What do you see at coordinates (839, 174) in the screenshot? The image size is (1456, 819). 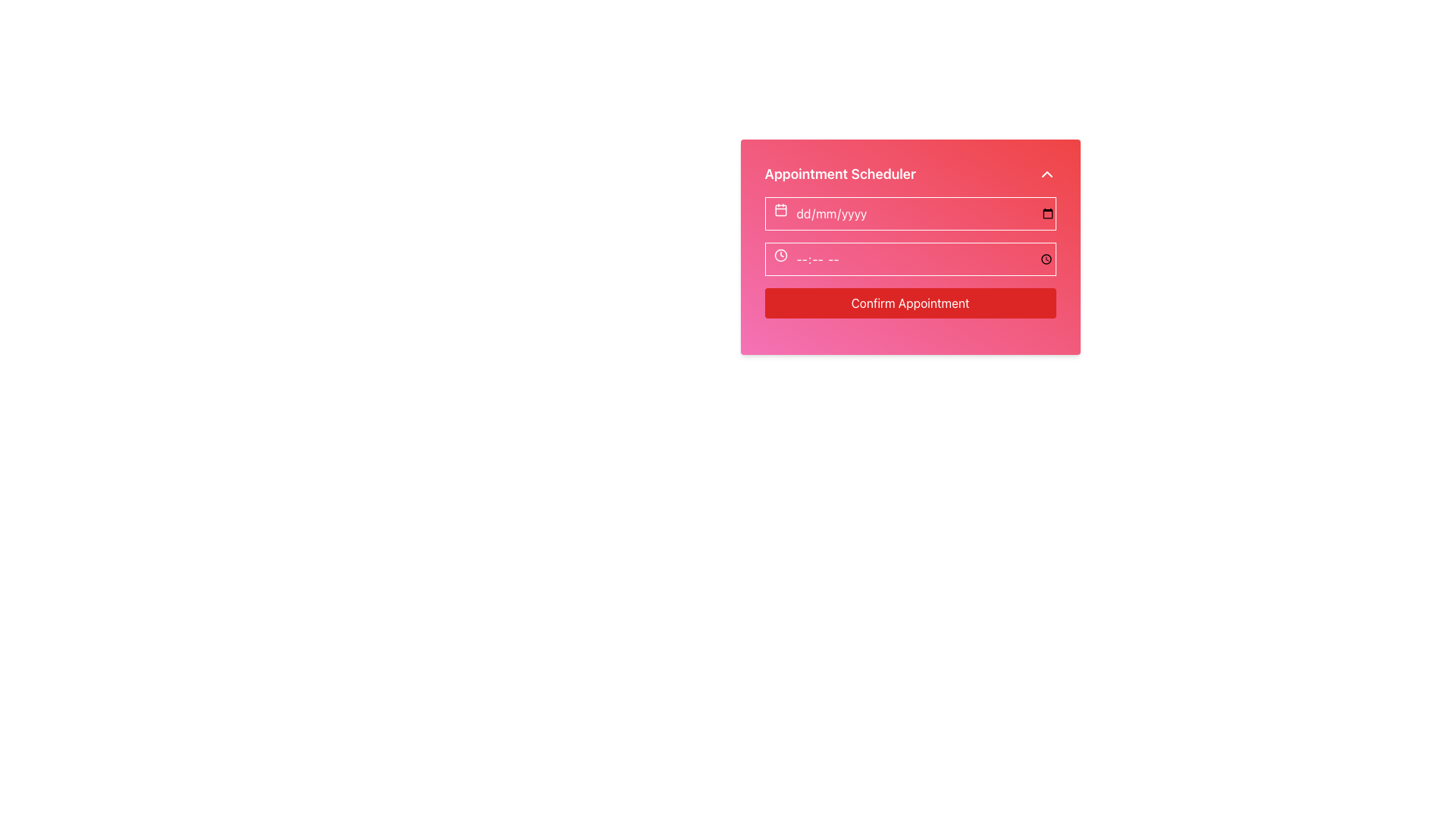 I see `headline that serves as the title for the section labeled 'Appointment Scheduler', which is centrally located at the top of its content layout` at bounding box center [839, 174].